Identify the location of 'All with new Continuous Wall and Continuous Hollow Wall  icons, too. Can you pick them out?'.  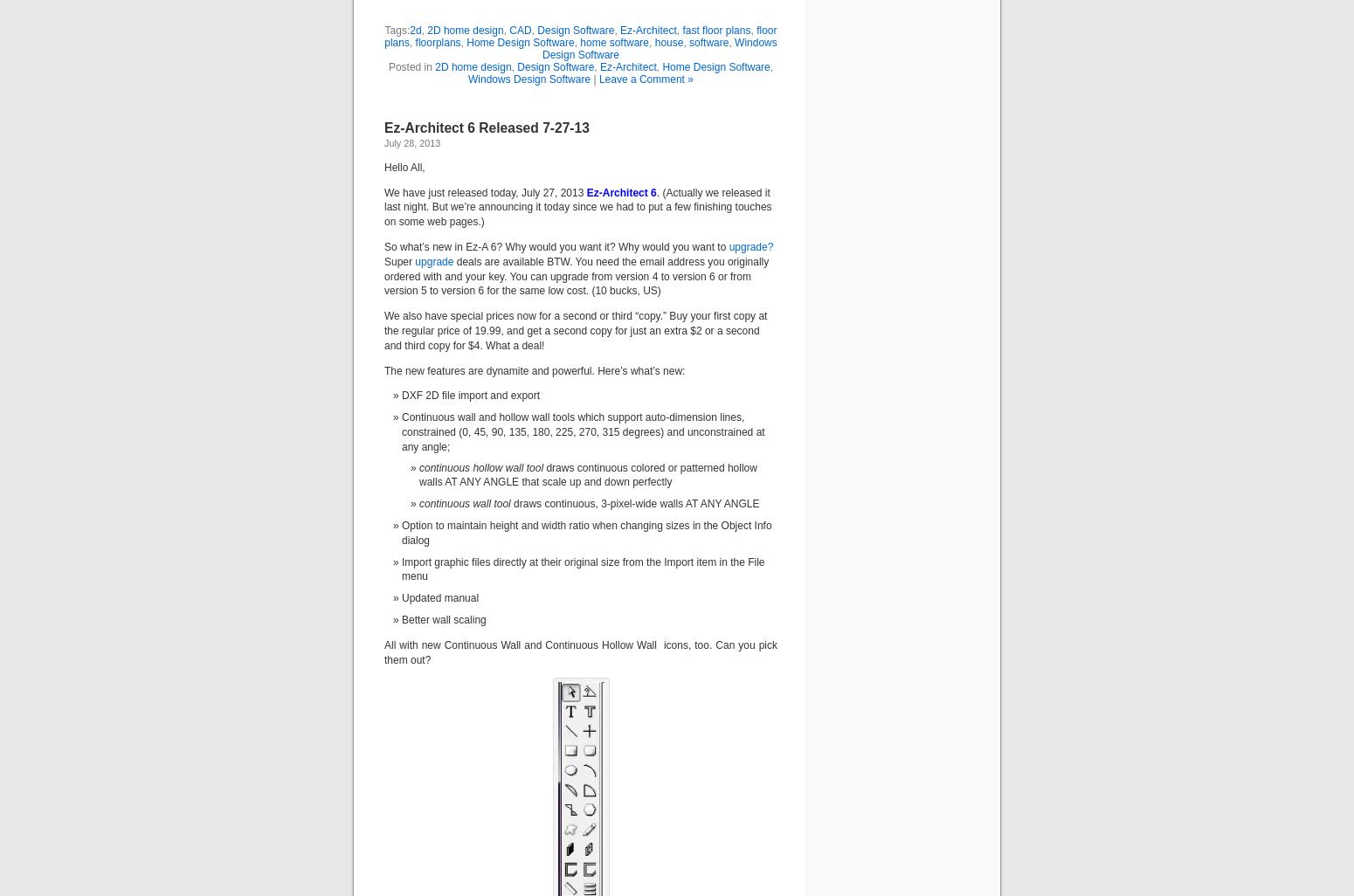
(384, 651).